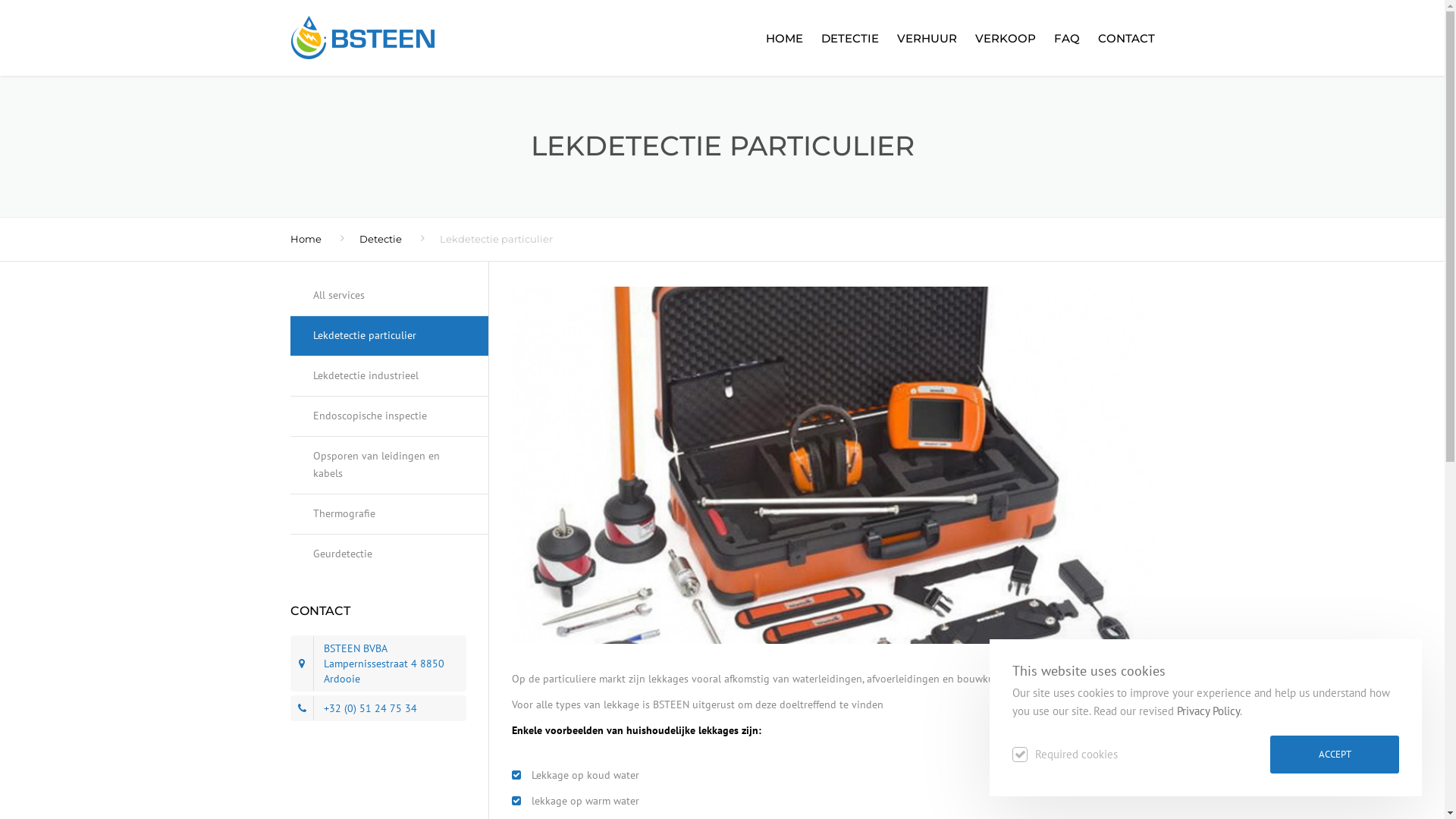  What do you see at coordinates (925, 37) in the screenshot?
I see `'VERHUUR'` at bounding box center [925, 37].